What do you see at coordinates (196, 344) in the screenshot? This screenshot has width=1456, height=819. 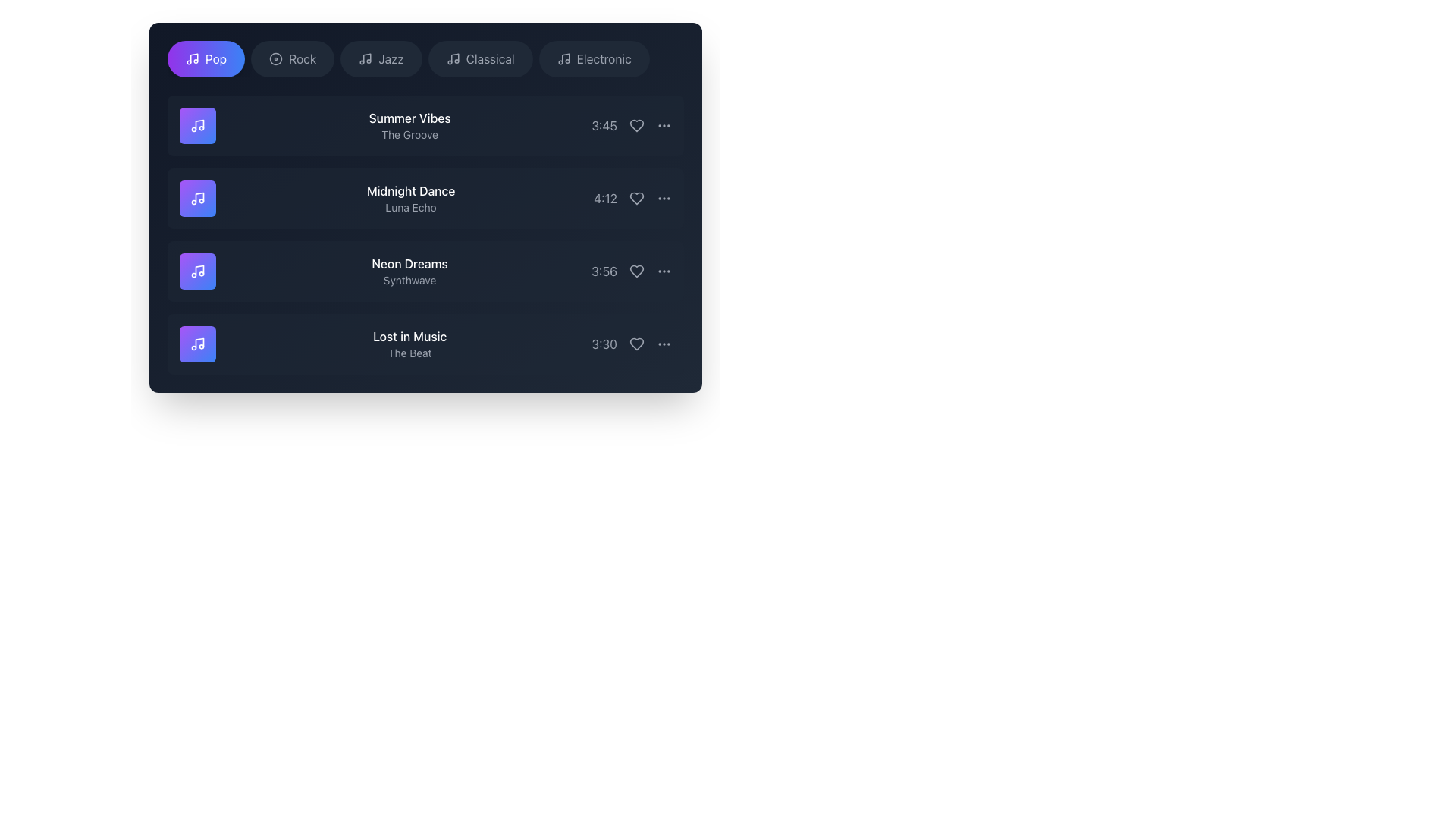 I see `the music file icon located in the last row of the list, which serves as an identifying icon for its associated content` at bounding box center [196, 344].